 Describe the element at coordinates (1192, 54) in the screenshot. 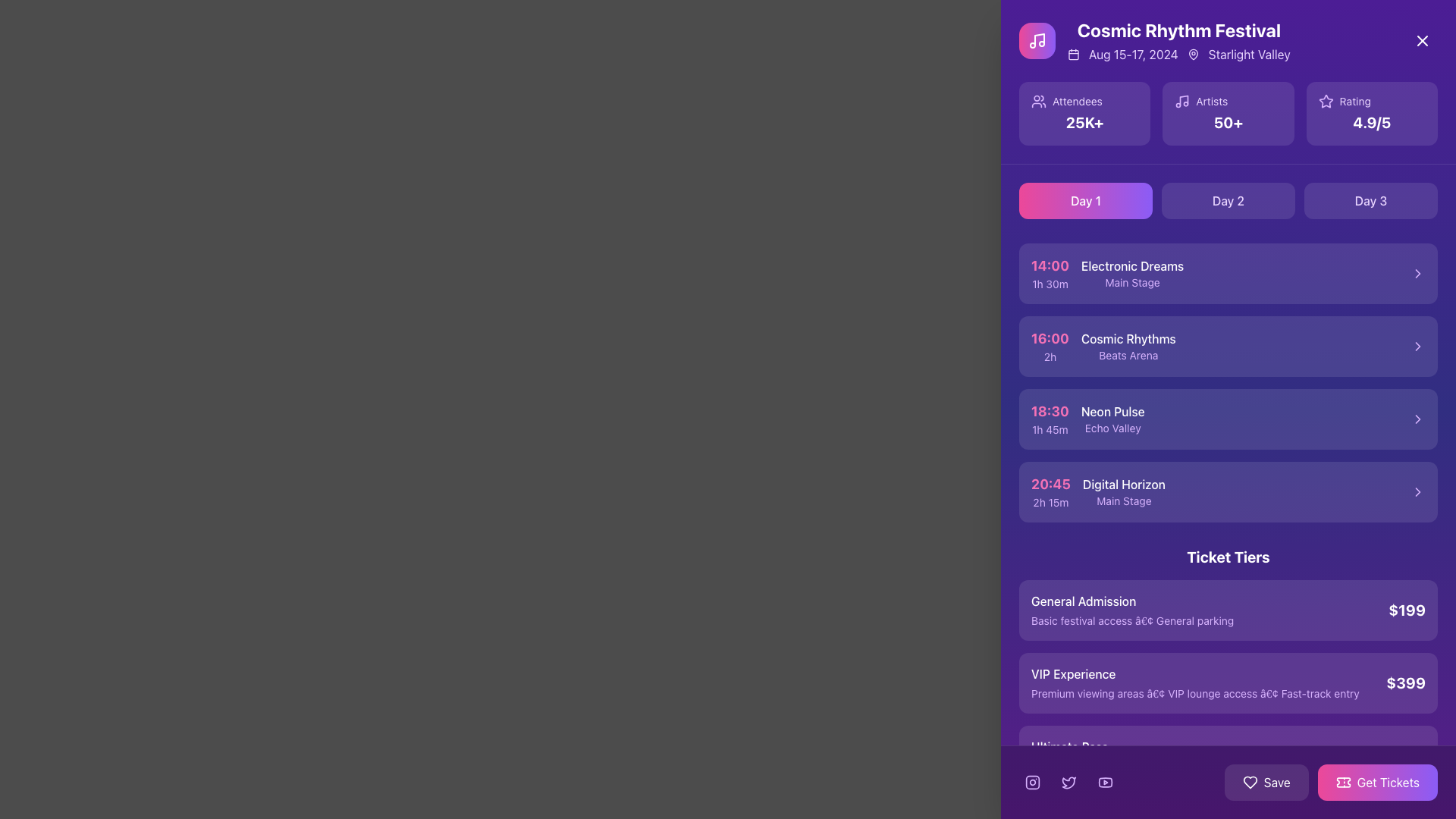

I see `the geographical location icon in the header section of the interface, positioned to the right of the event dates and below the event title` at that location.